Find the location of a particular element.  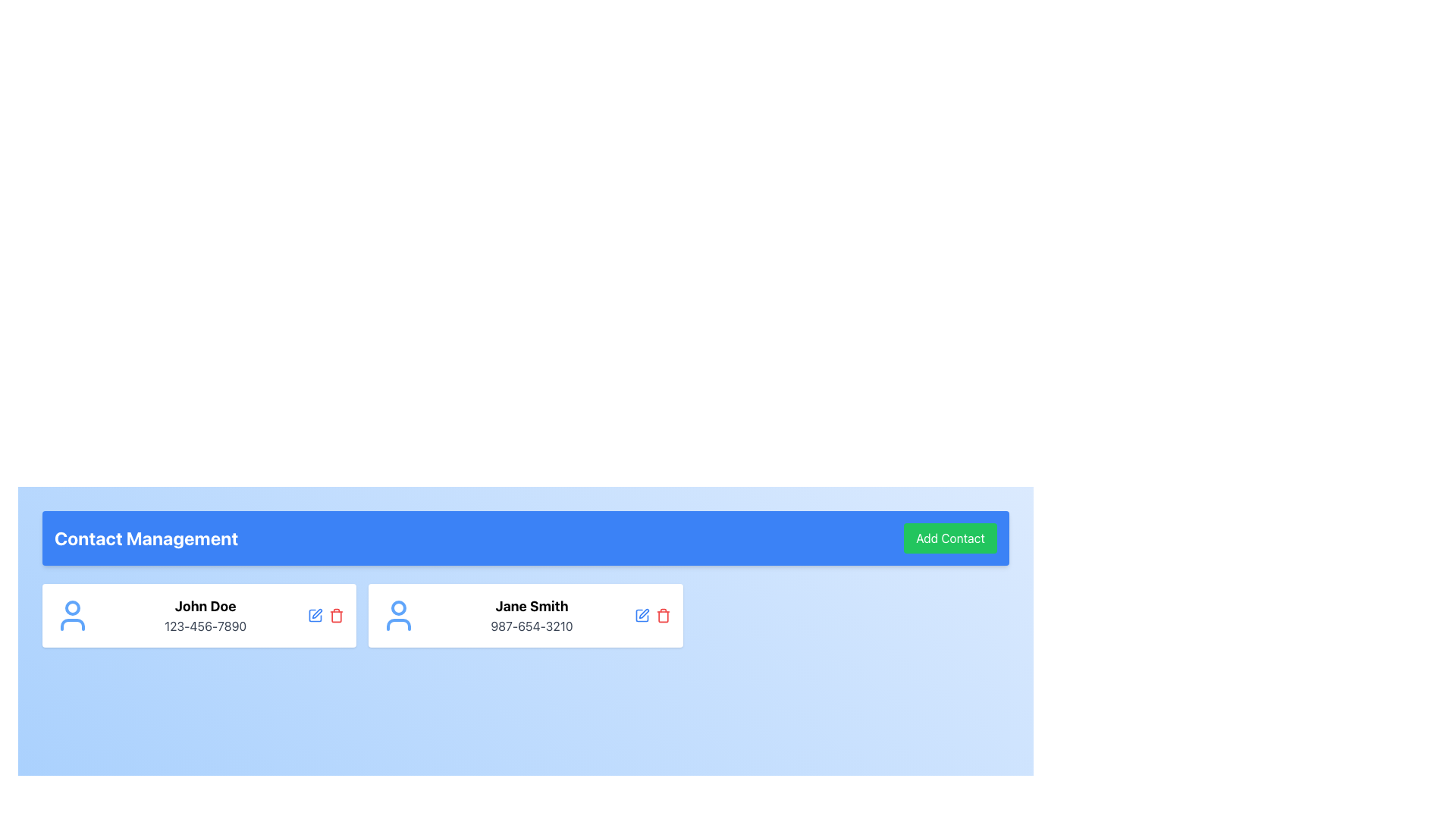

contact's name 'John Doe' and phone number '123-456-7890' displayed in the text block located on the left section of the card layout is located at coordinates (205, 616).